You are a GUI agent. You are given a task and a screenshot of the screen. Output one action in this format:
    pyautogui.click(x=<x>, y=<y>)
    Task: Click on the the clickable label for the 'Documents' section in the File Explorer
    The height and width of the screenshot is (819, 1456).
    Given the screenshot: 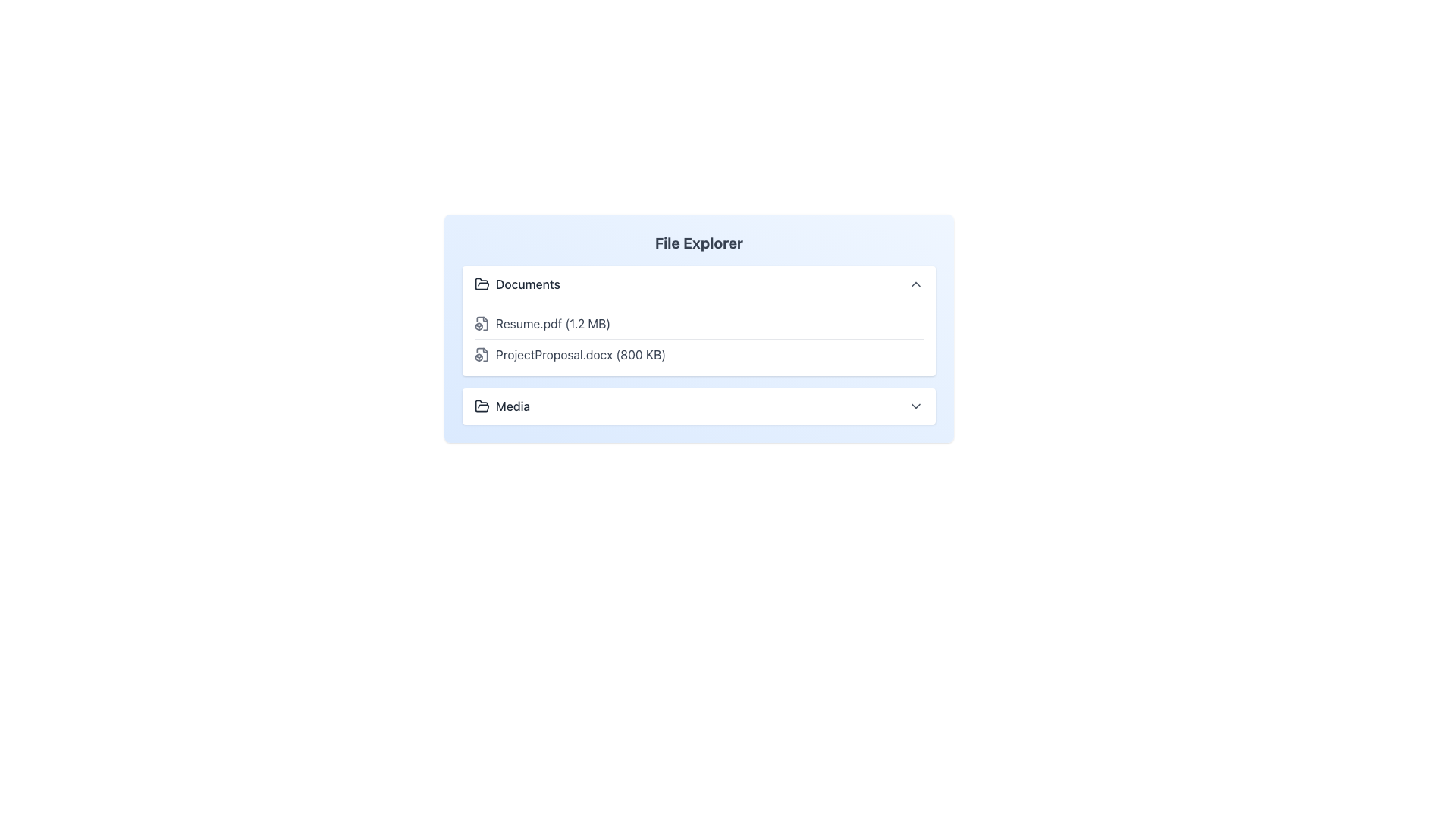 What is the action you would take?
    pyautogui.click(x=517, y=284)
    